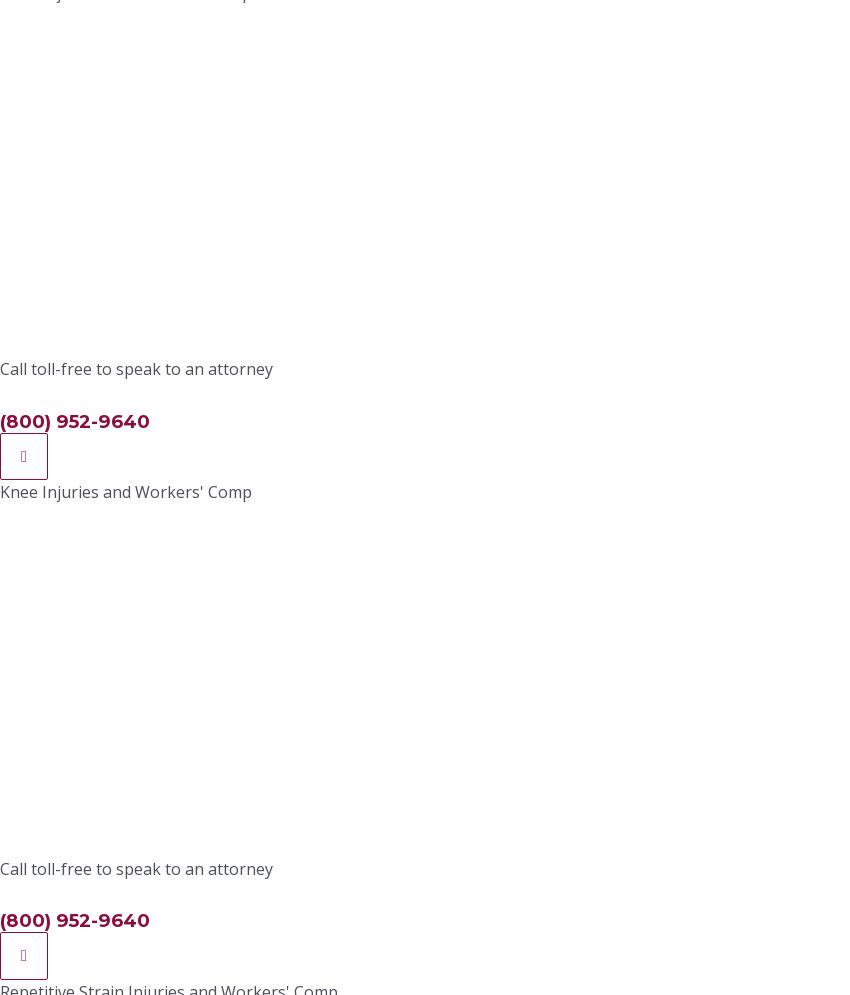 This screenshot has width=850, height=995. What do you see at coordinates (598, 583) in the screenshot?
I see `'Benzene Exposure'` at bounding box center [598, 583].